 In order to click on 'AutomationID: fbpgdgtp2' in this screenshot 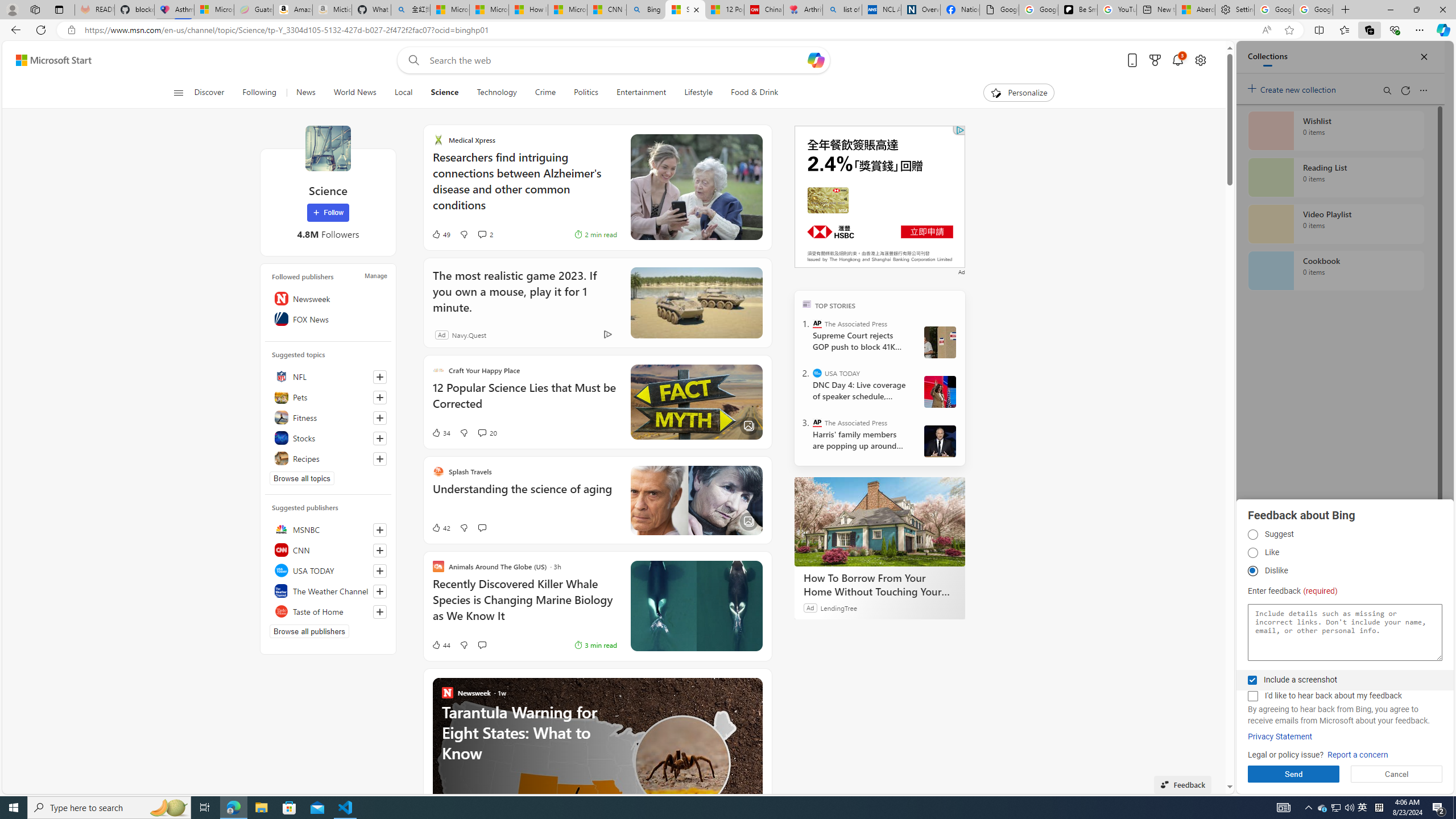, I will do `click(1252, 553)`.